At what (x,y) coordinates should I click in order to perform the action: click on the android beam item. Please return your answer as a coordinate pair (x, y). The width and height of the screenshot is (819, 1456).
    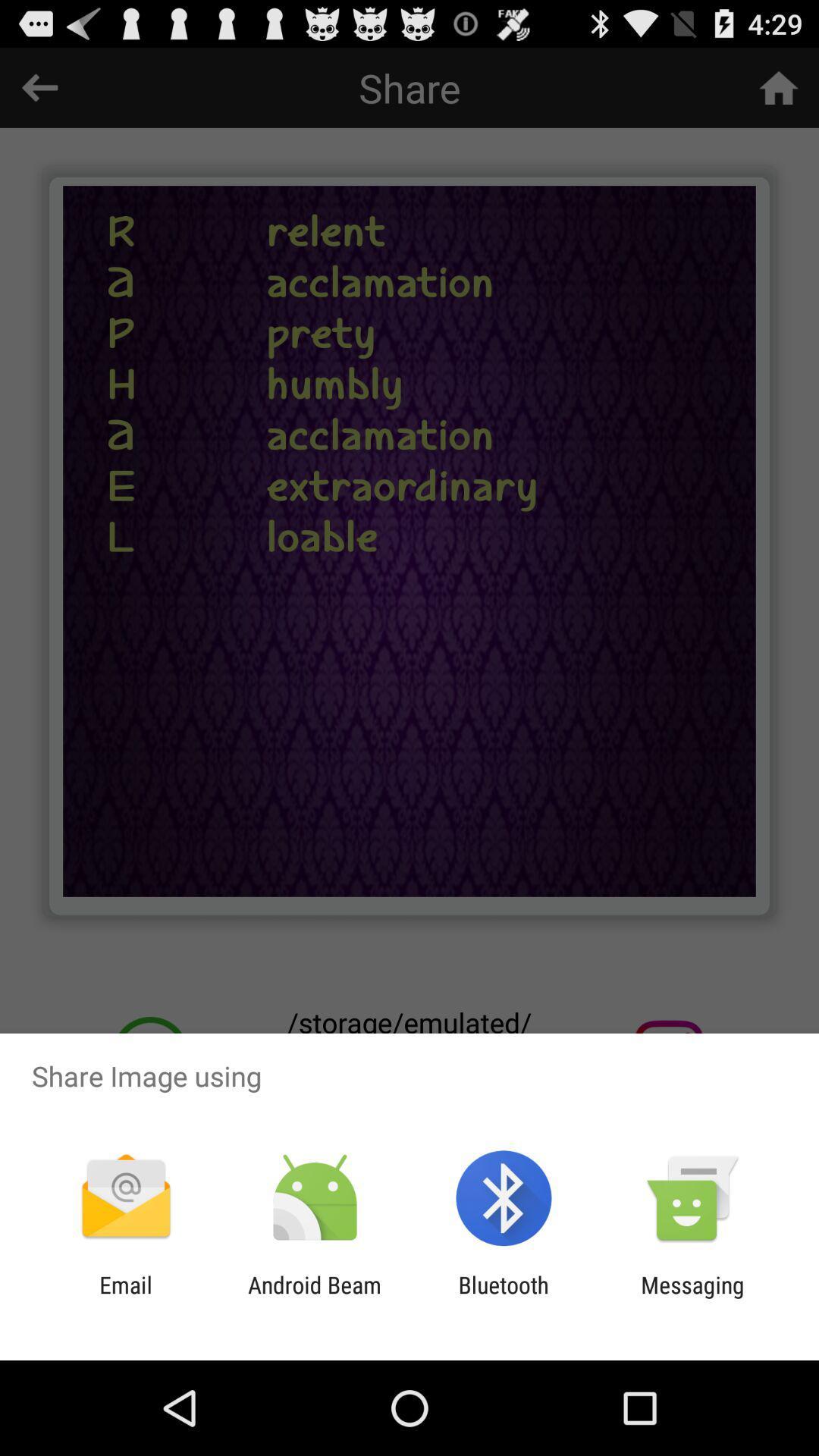
    Looking at the image, I should click on (314, 1298).